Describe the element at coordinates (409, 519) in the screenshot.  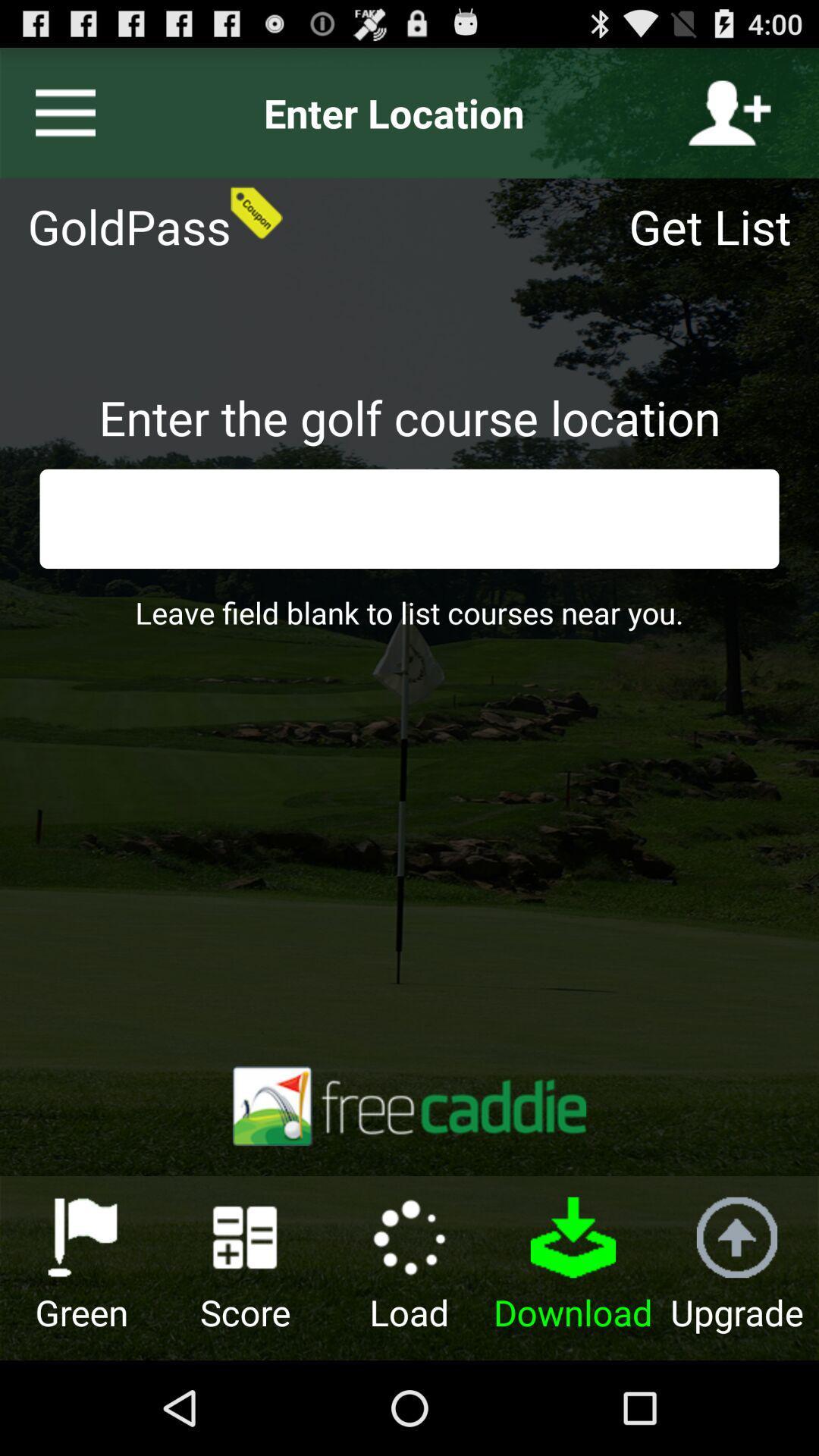
I see `search` at that location.